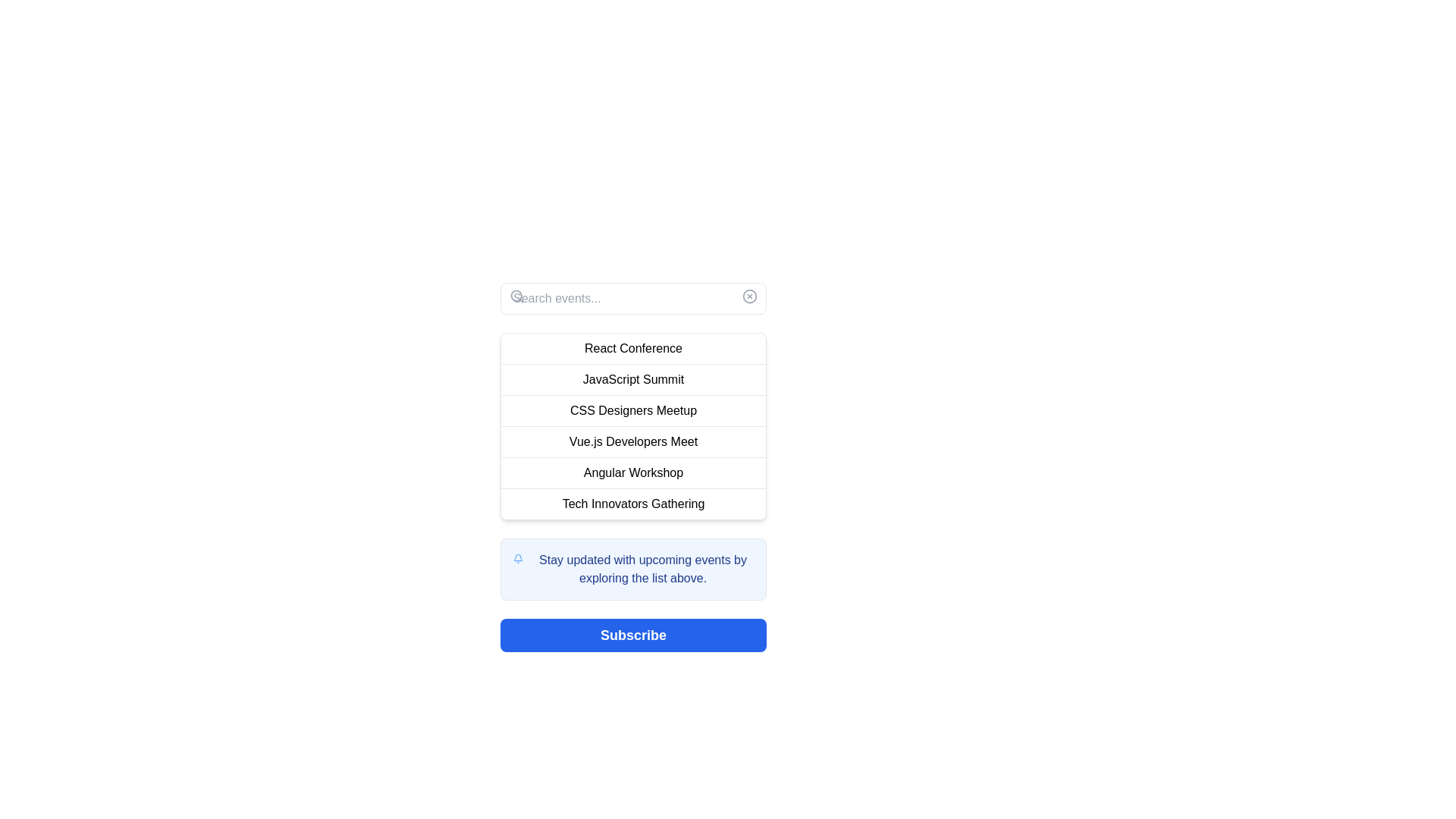 The image size is (1456, 819). What do you see at coordinates (633, 441) in the screenshot?
I see `to select the text label displaying 'Vue.js Developers Meet', which is the fourth entry in a vertically arranged list of six items` at bounding box center [633, 441].